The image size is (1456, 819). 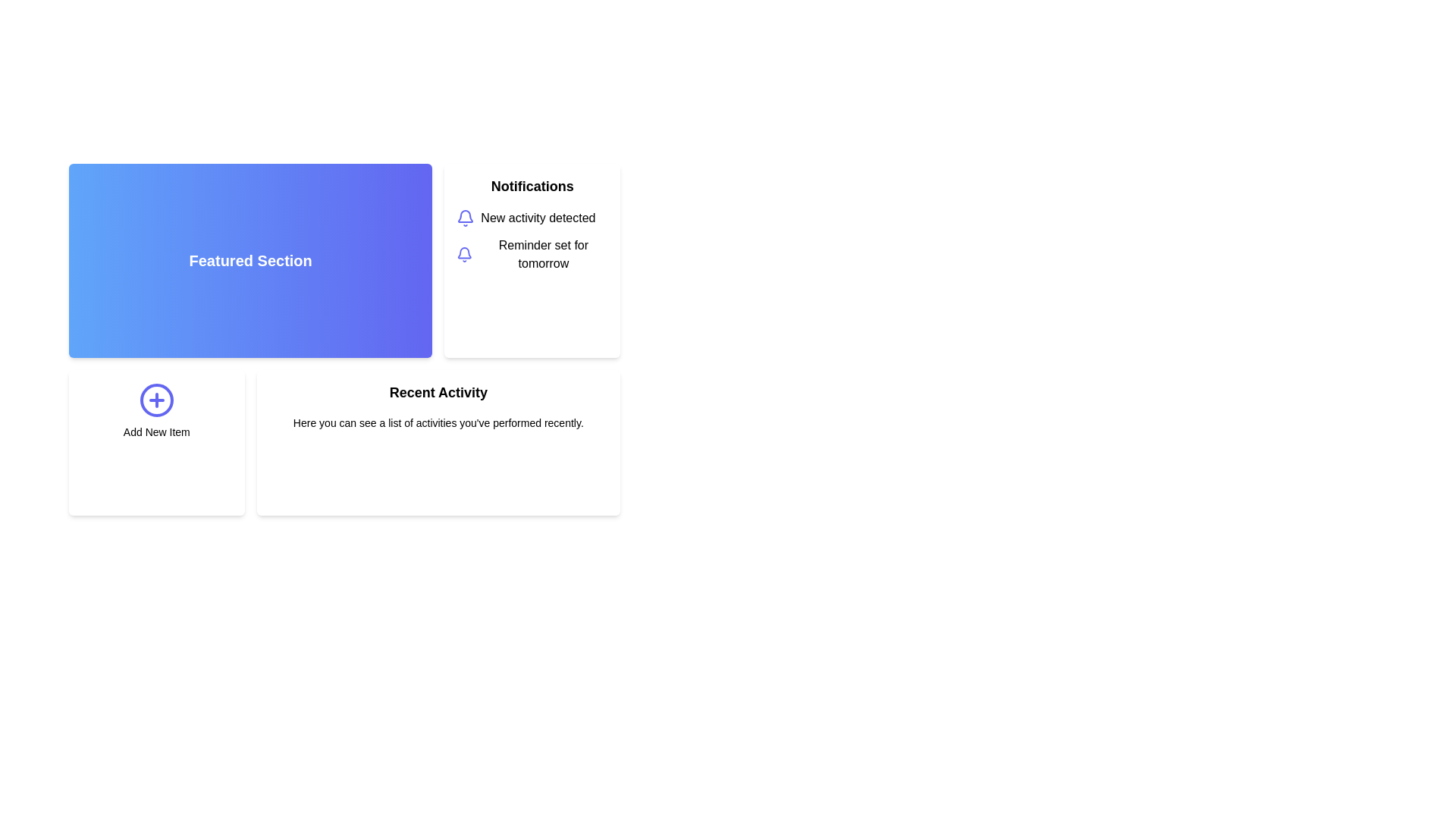 What do you see at coordinates (532, 218) in the screenshot?
I see `the first notification in the 'Notifications' section, which serves as an informational alert about new activity` at bounding box center [532, 218].